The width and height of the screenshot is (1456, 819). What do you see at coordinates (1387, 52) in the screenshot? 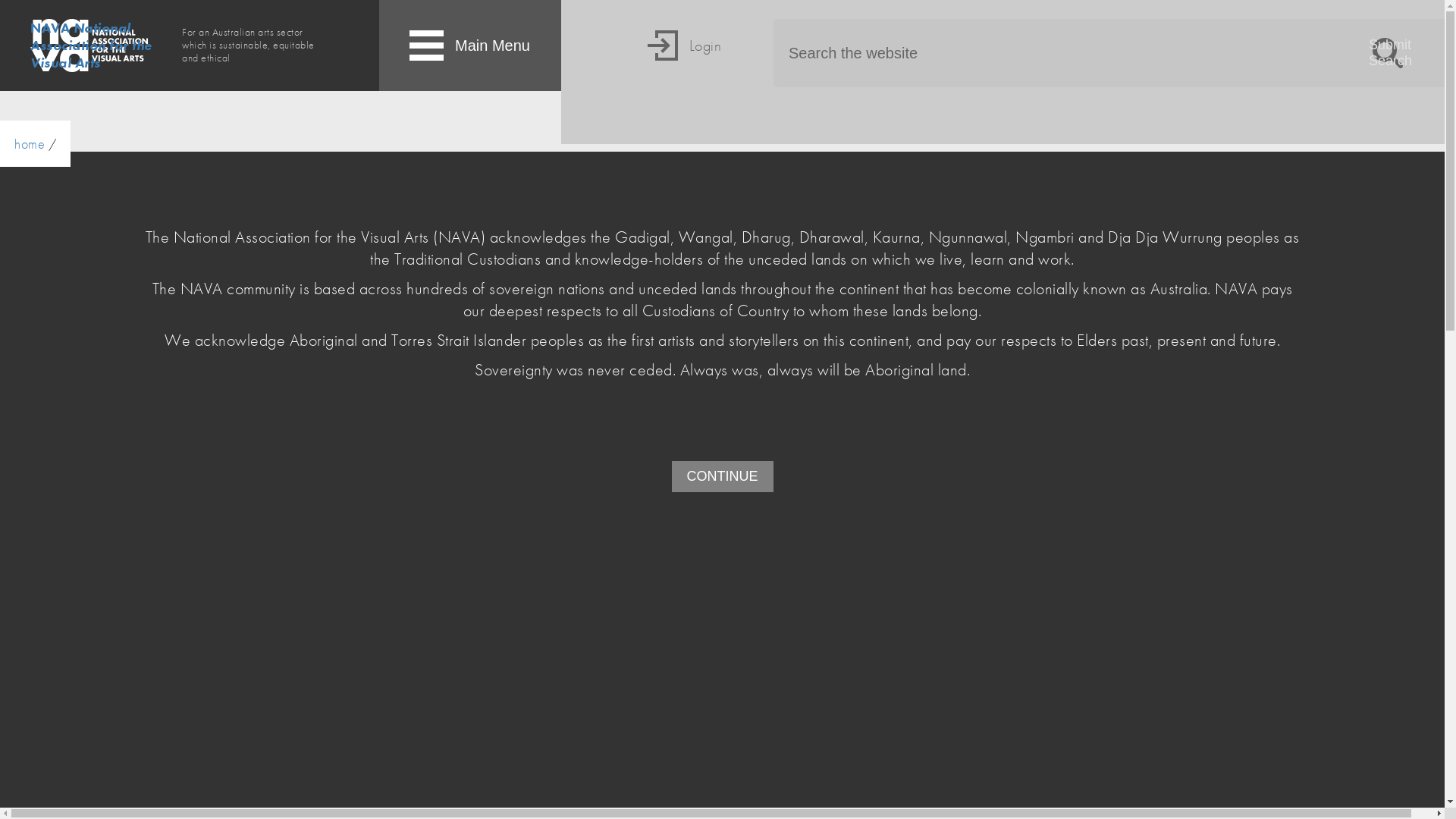
I see `'Submit Search'` at bounding box center [1387, 52].